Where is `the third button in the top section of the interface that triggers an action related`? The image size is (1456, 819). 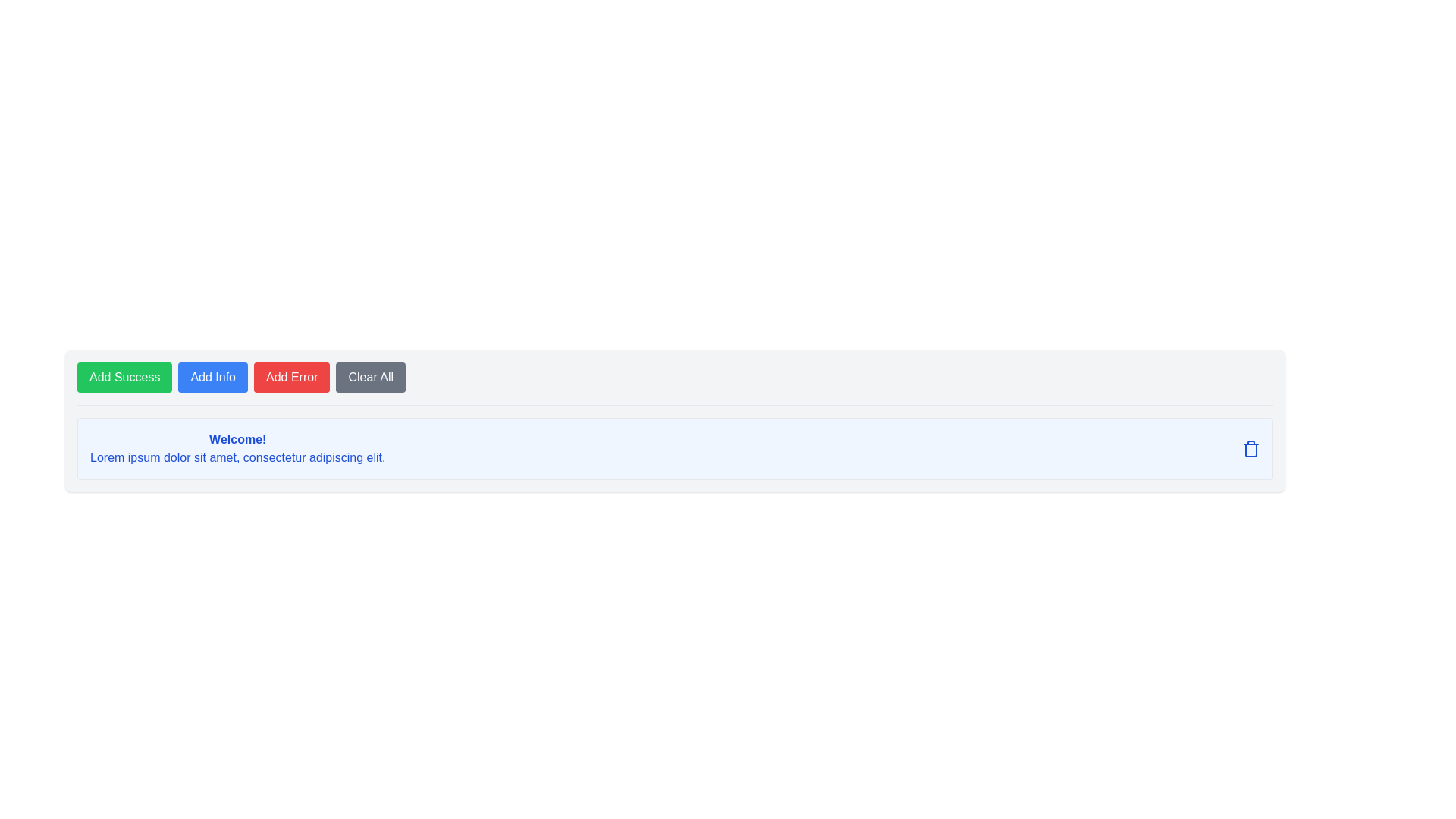
the third button in the top section of the interface that triggers an action related is located at coordinates (292, 376).